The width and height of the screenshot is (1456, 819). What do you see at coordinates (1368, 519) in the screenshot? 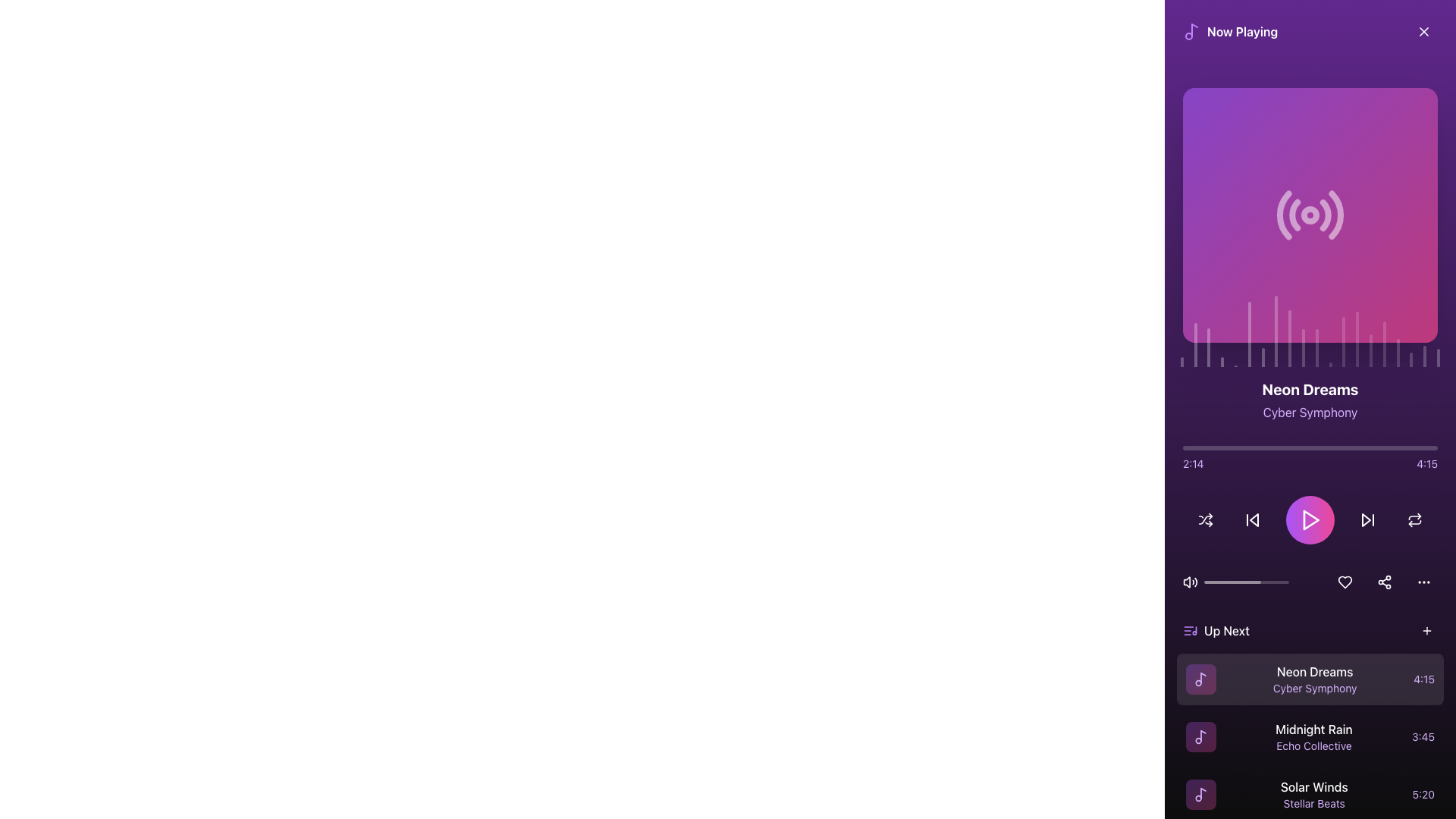
I see `the 'Next Track' button, which is the fourth icon from the left` at bounding box center [1368, 519].